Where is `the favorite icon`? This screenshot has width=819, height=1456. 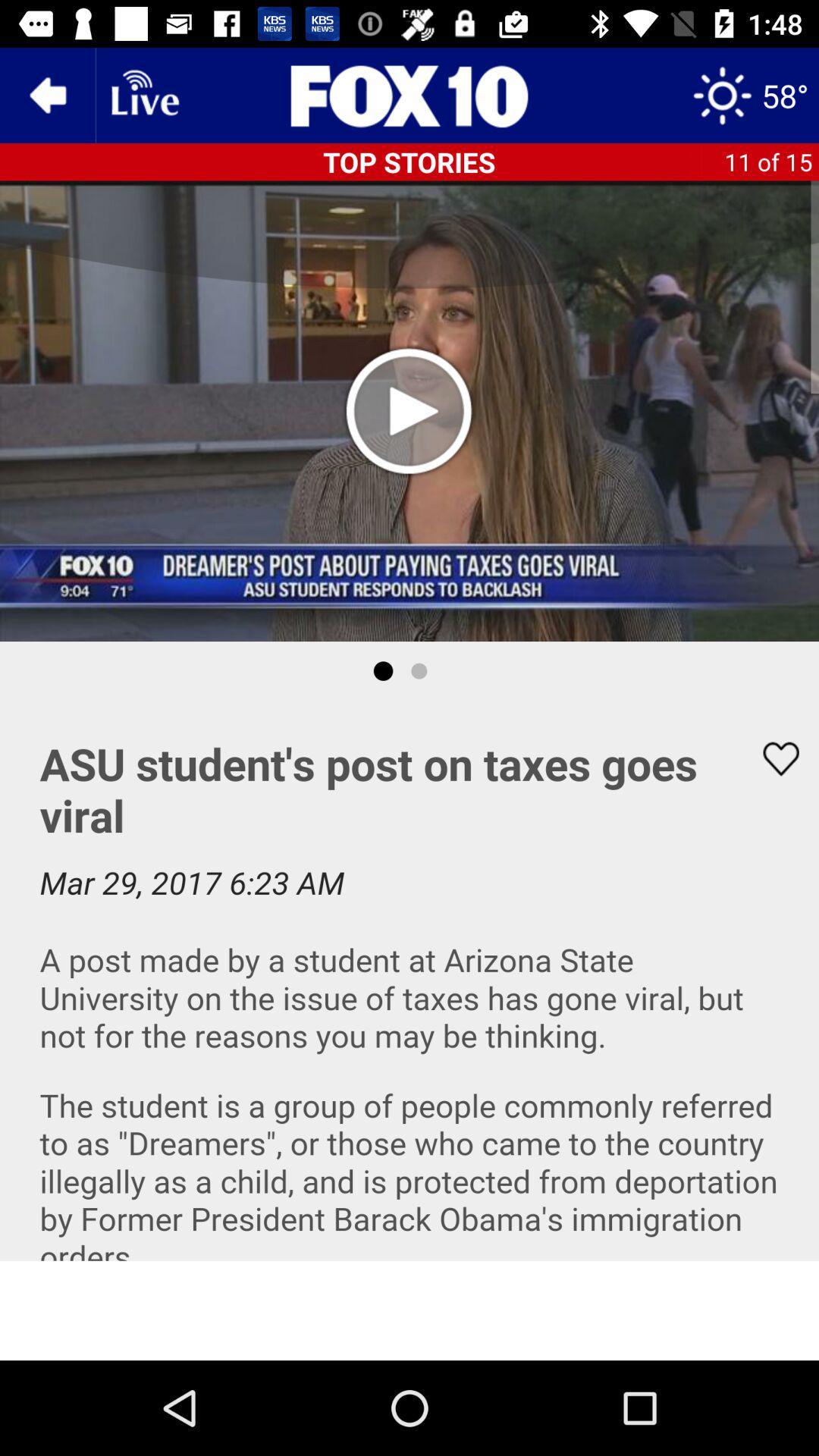 the favorite icon is located at coordinates (771, 758).